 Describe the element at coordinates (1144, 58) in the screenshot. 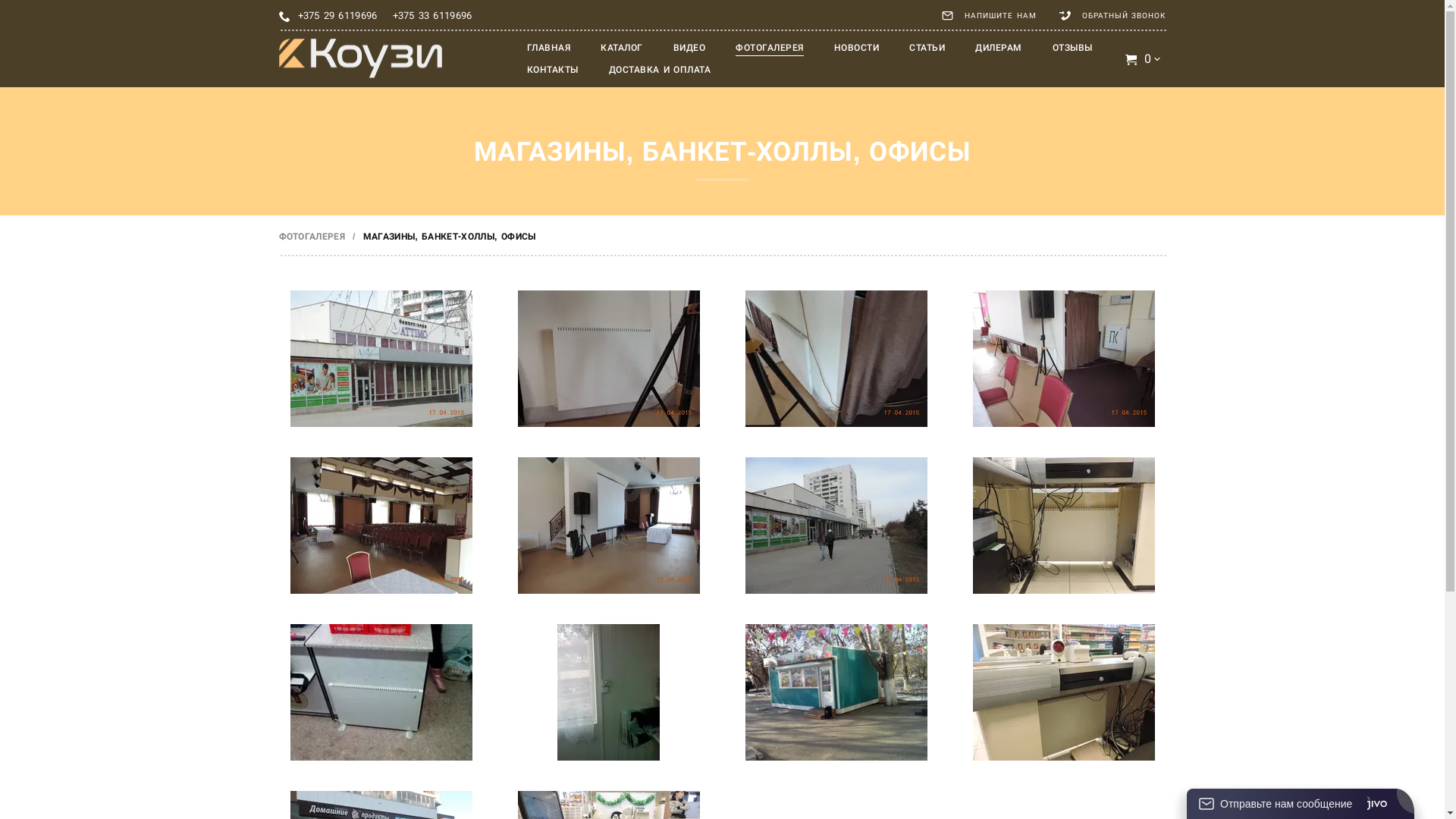

I see `'0'` at that location.